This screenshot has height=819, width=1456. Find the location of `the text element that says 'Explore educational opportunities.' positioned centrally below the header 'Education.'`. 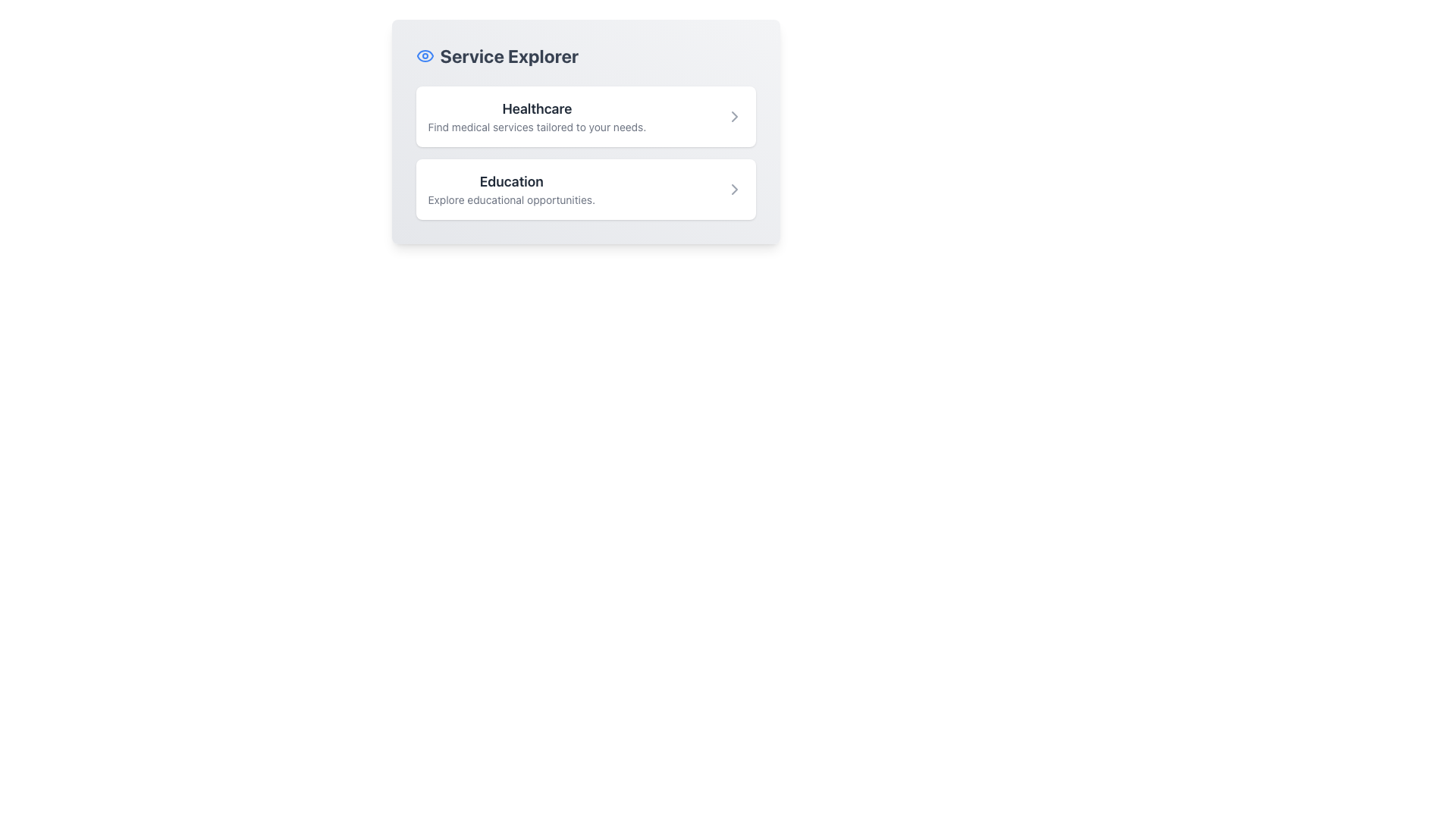

the text element that says 'Explore educational opportunities.' positioned centrally below the header 'Education.' is located at coordinates (511, 199).